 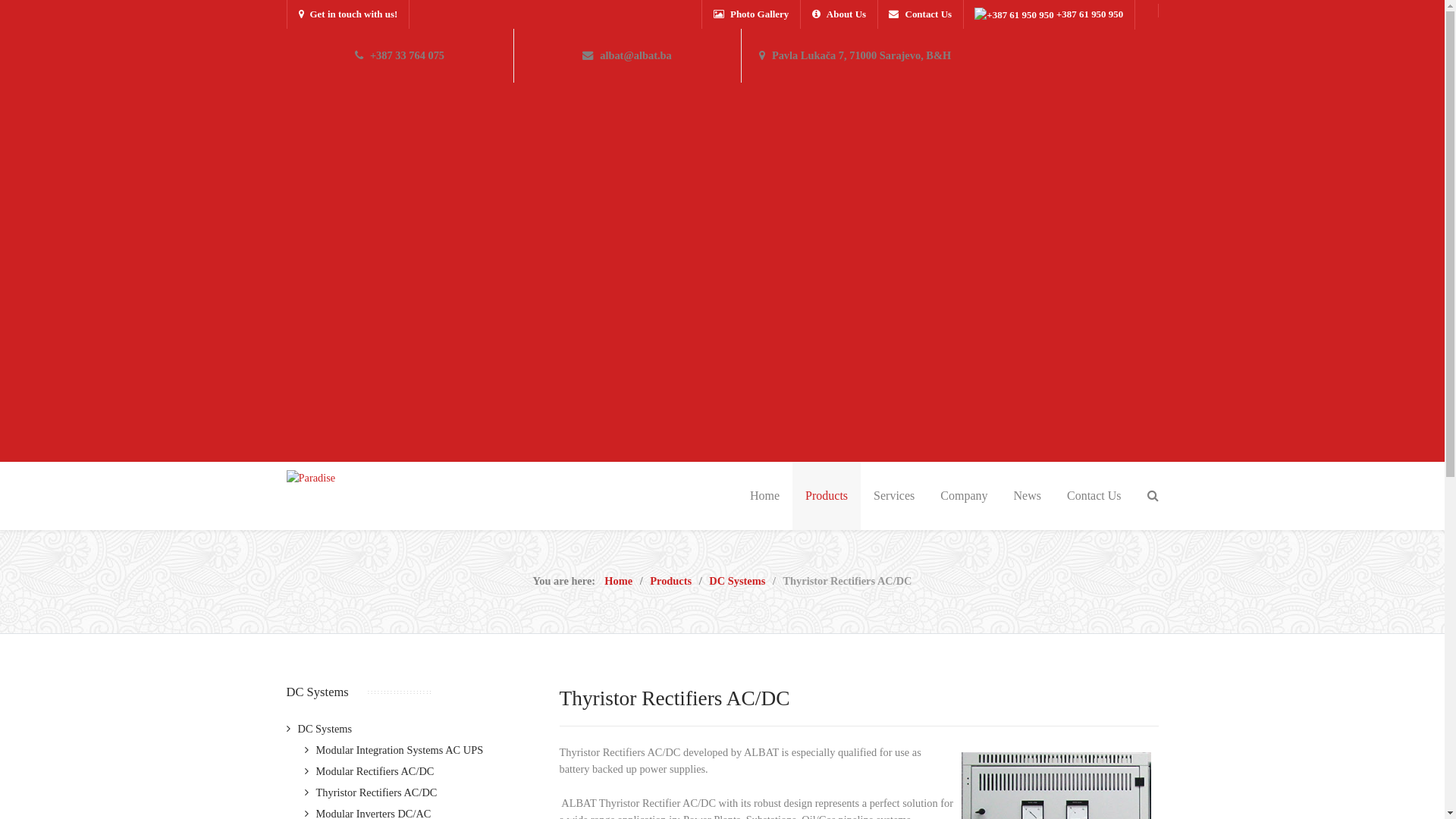 What do you see at coordinates (1047, 14) in the screenshot?
I see `'+387 61 950 950'` at bounding box center [1047, 14].